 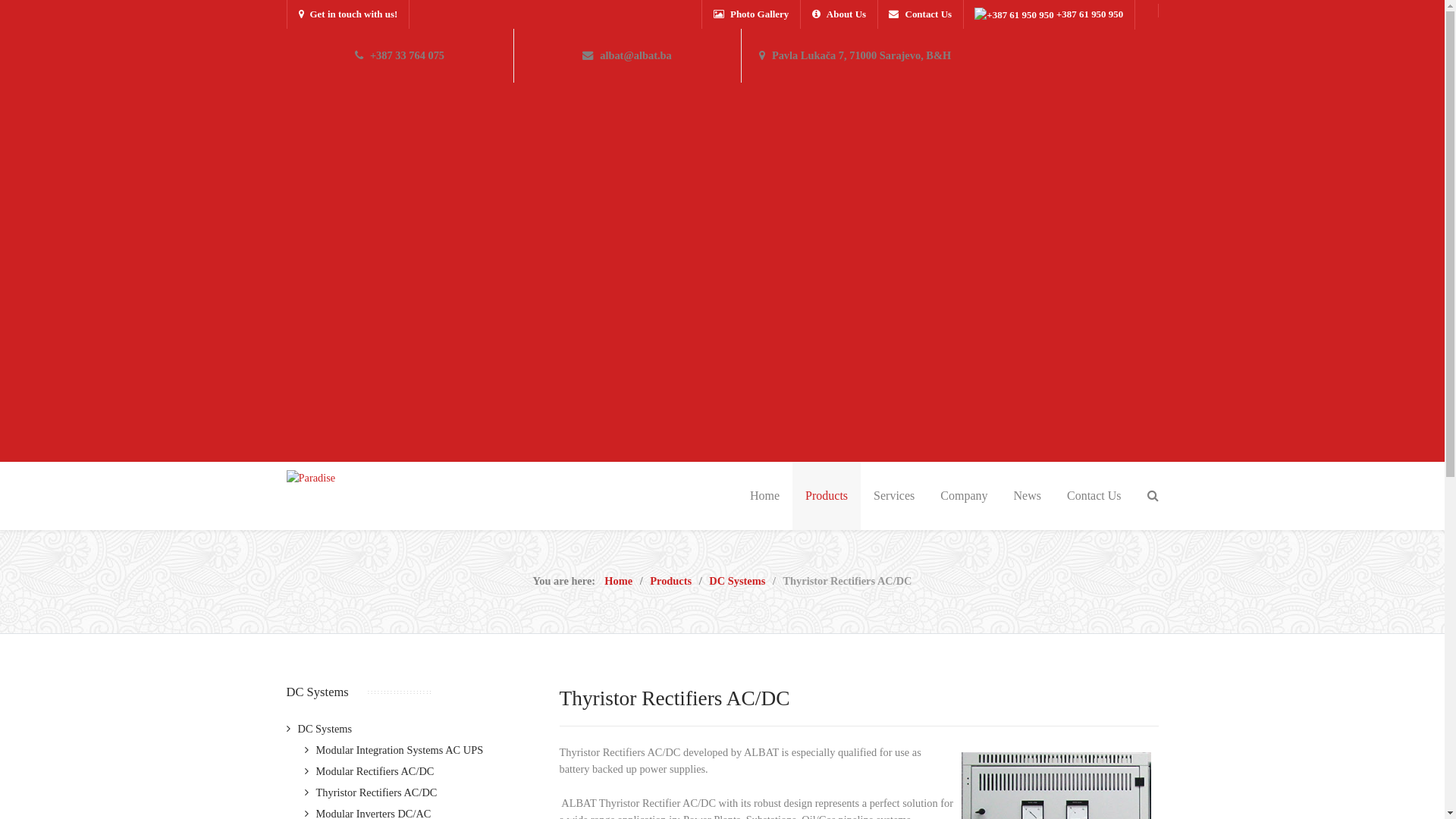 What do you see at coordinates (1047, 14) in the screenshot?
I see `'+387 61 950 950'` at bounding box center [1047, 14].